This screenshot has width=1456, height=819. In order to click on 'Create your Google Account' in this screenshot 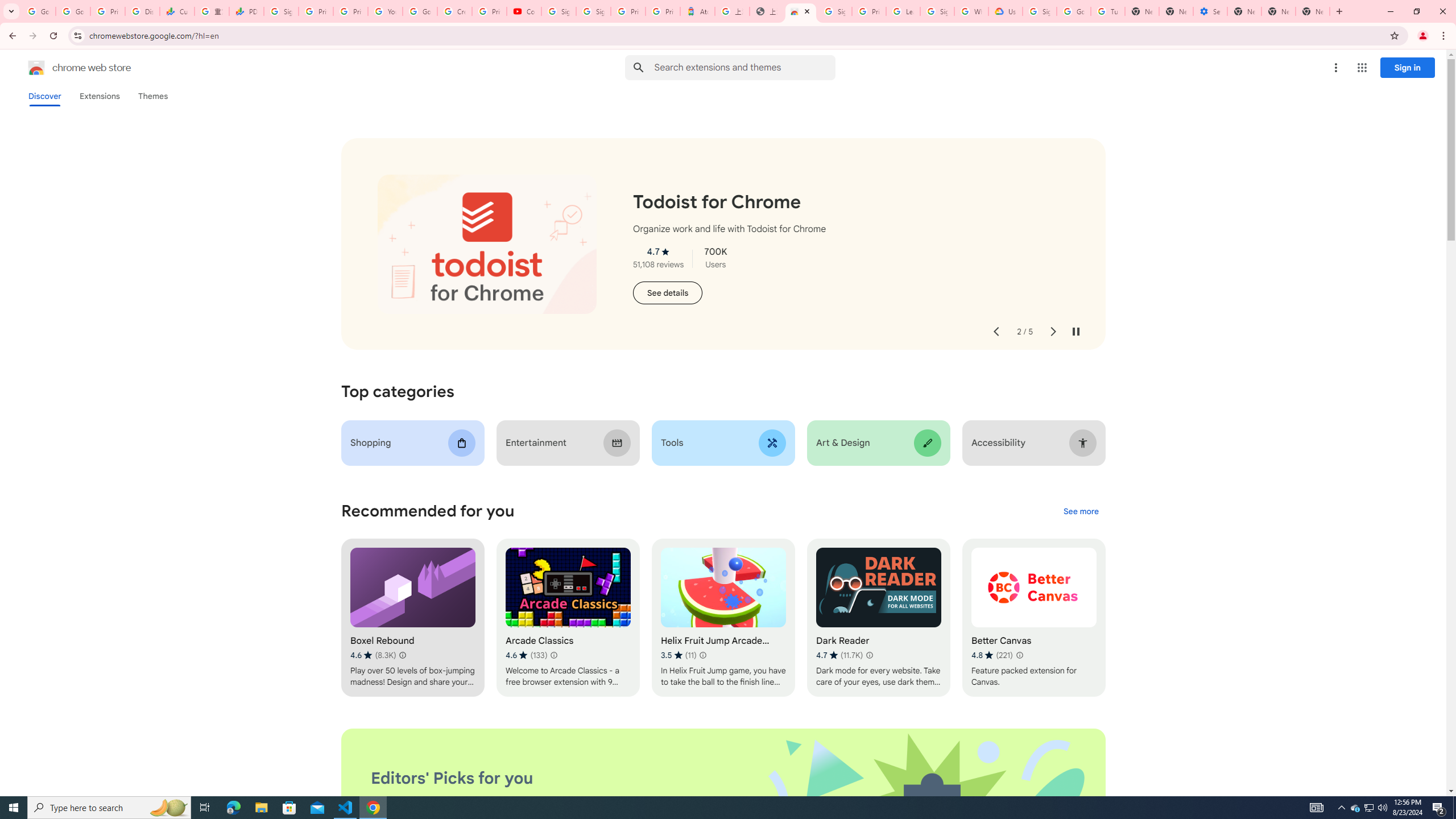, I will do `click(454, 11)`.